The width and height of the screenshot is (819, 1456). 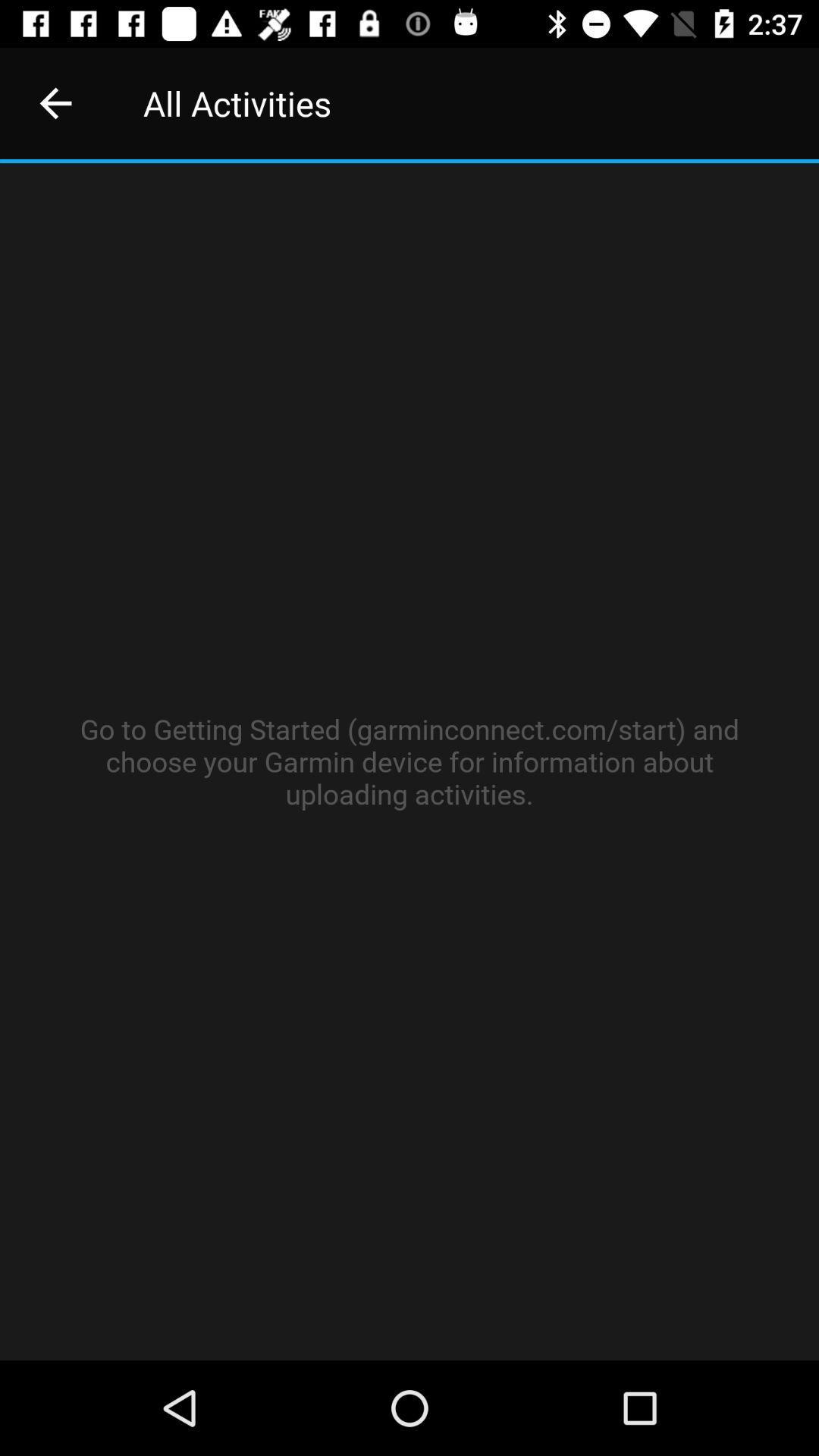 I want to click on the item next to all activities item, so click(x=55, y=102).